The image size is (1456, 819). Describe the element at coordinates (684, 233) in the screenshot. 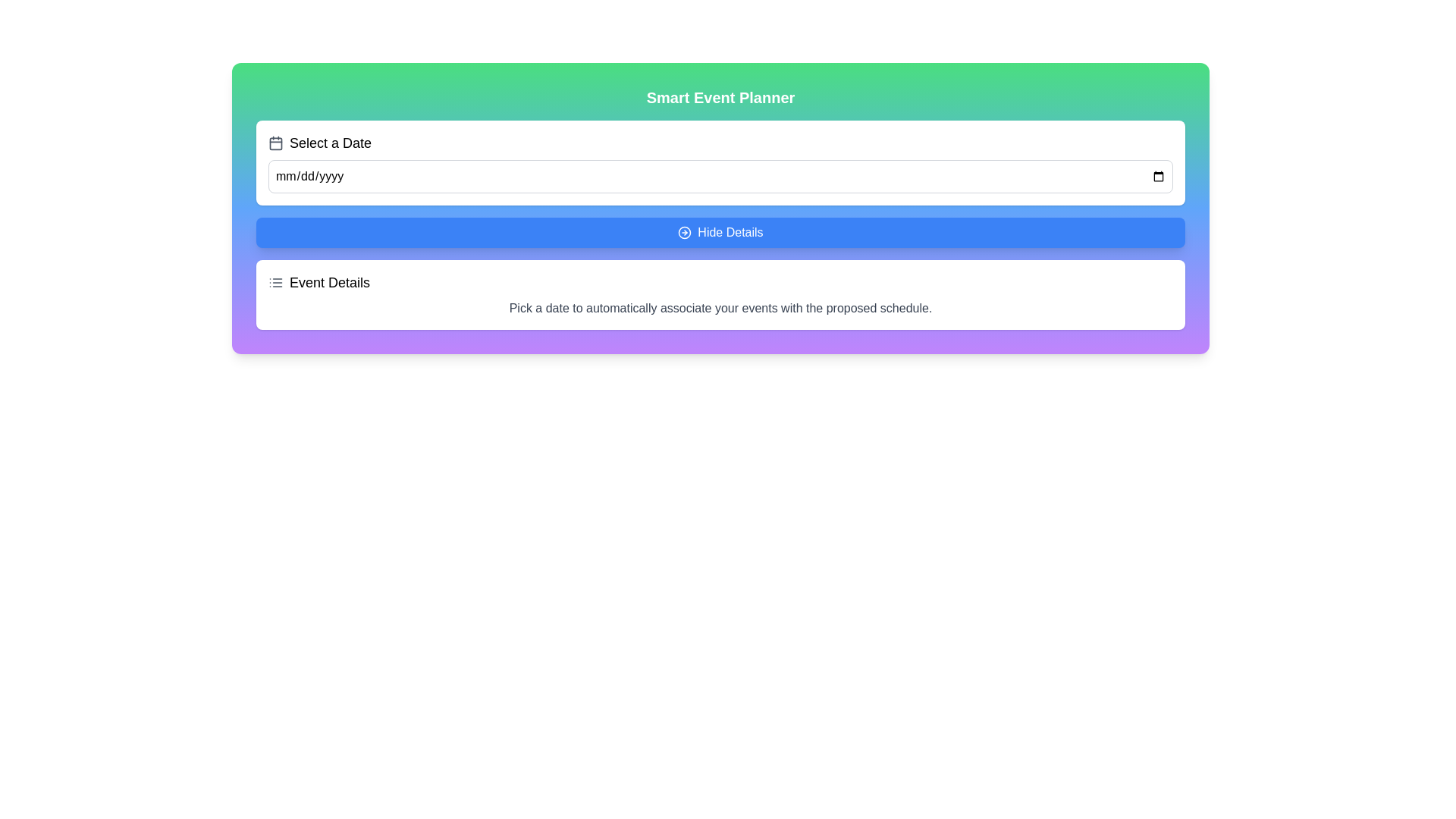

I see `the decorative arrow graphic within the 'Hide Details' button, which is located in the upper section of the interface, right-aligned within a blue bar` at that location.